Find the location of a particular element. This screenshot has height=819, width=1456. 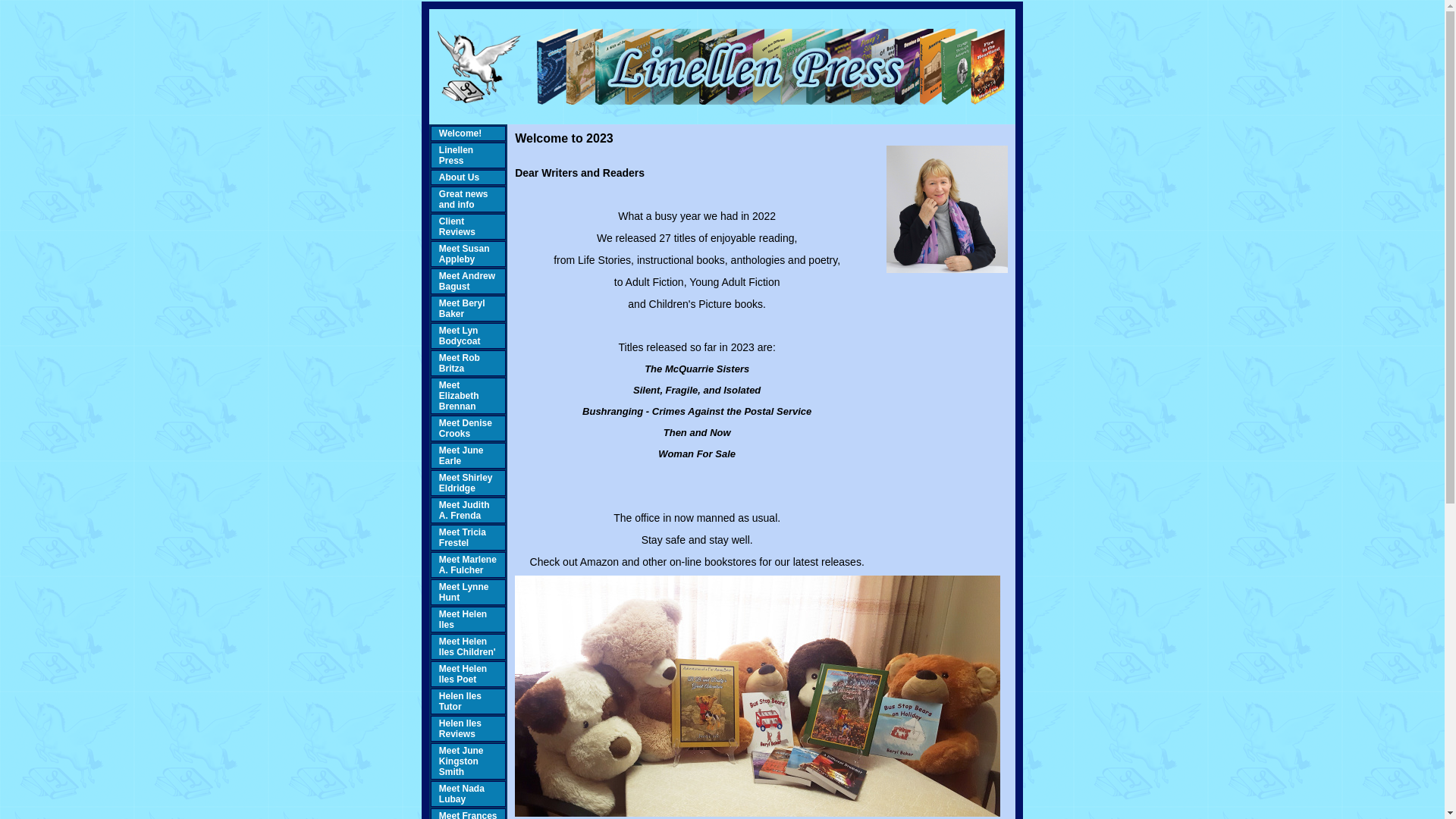

'Meet Rob Britza' is located at coordinates (438, 362).